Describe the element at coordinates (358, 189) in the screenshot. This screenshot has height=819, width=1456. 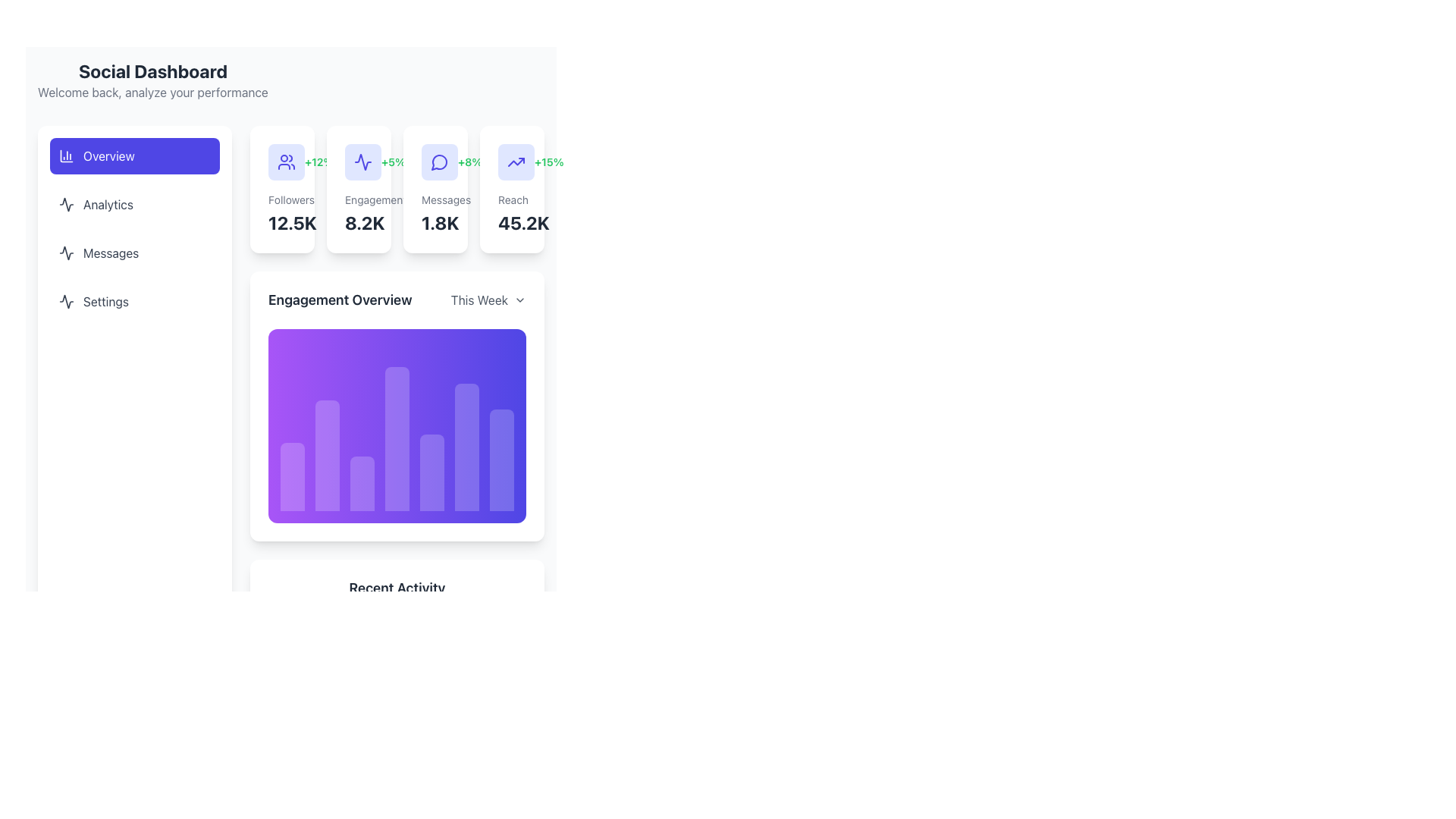
I see `the 'Engagement' informational card, which displays the value '8.2K' and growth '+5%', located in the top section of the dashboard interface` at that location.